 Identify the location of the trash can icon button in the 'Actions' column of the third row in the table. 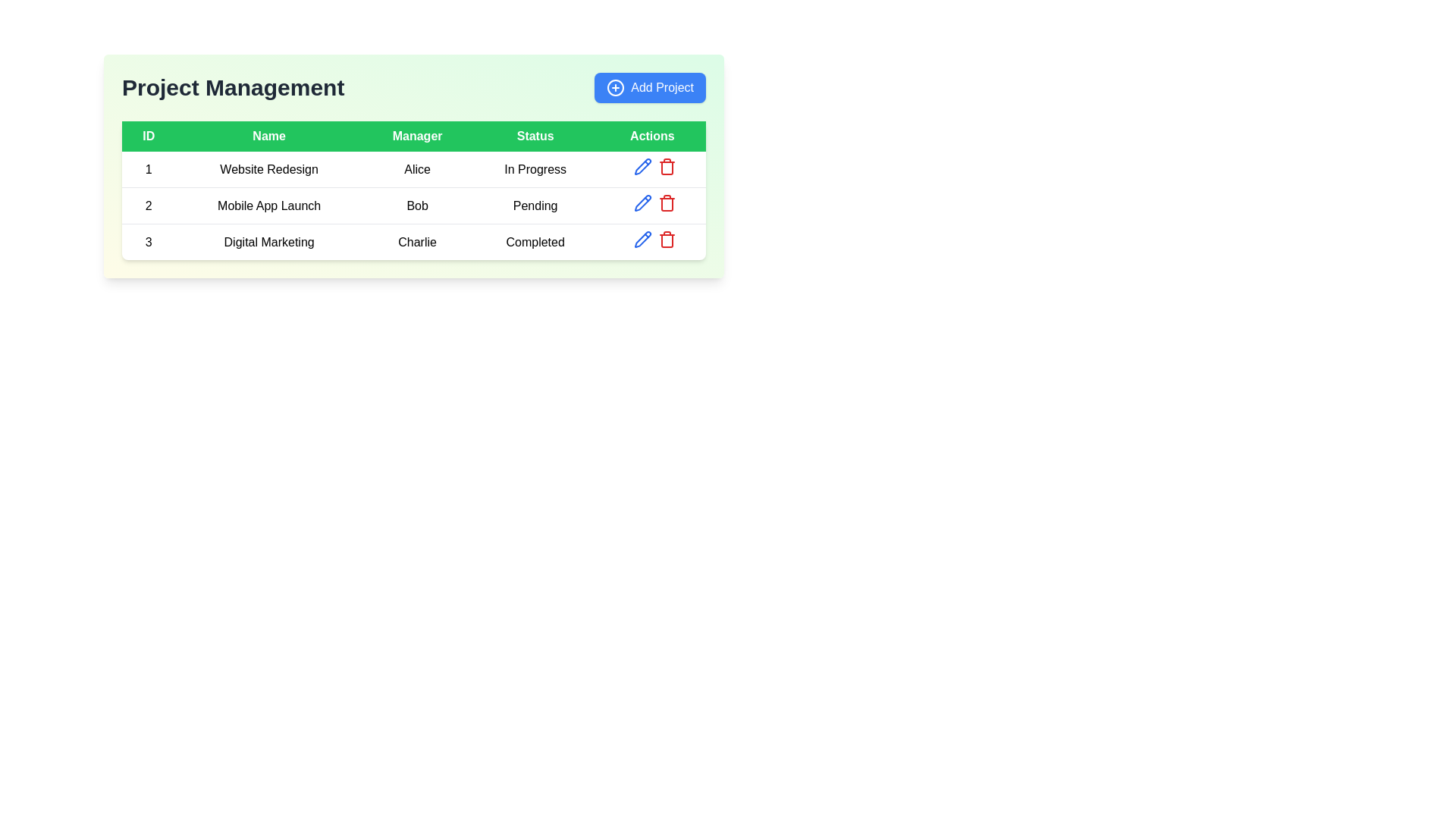
(667, 166).